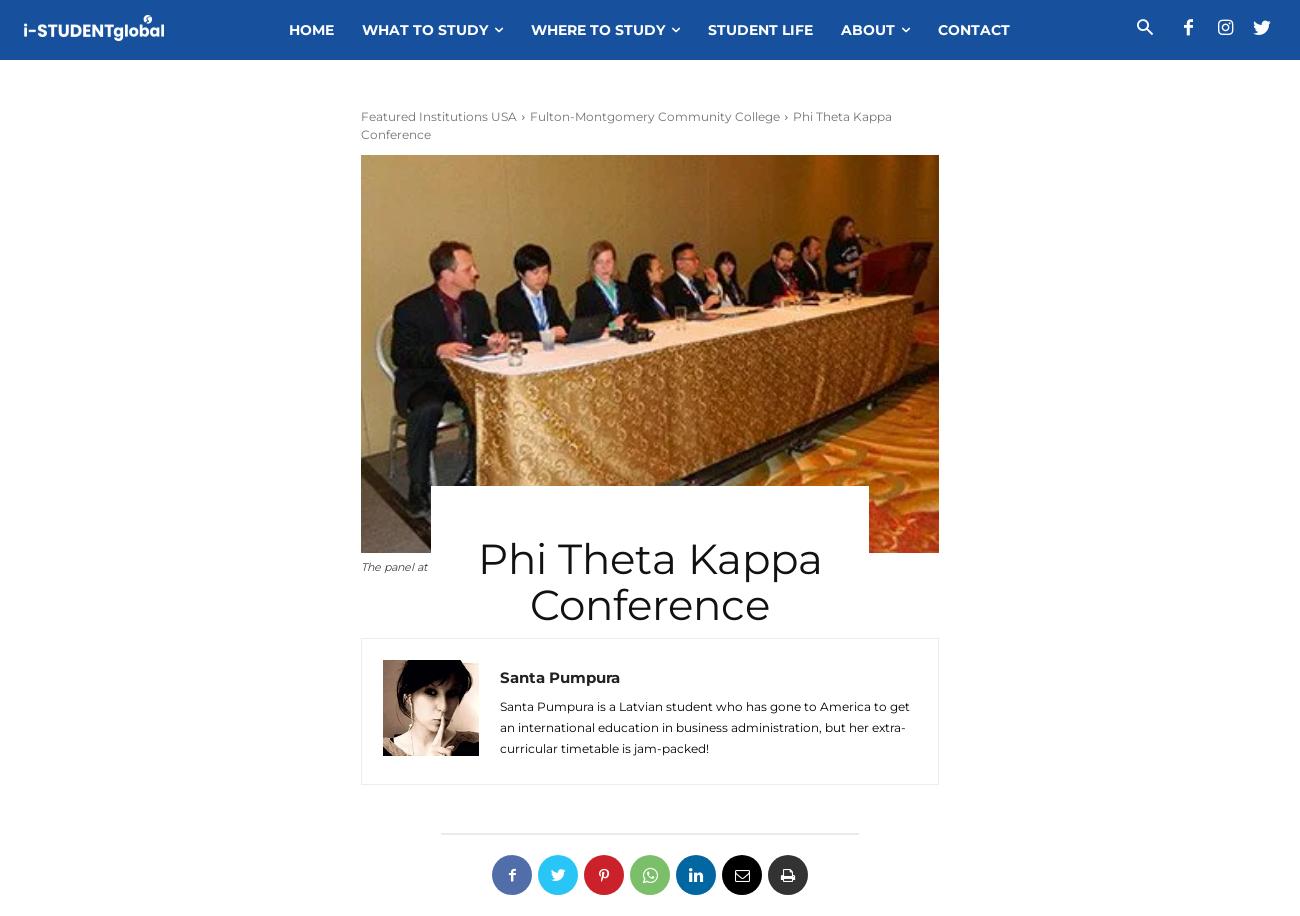 The width and height of the screenshot is (1300, 916). What do you see at coordinates (598, 30) in the screenshot?
I see `'WHERE TO STUDY'` at bounding box center [598, 30].